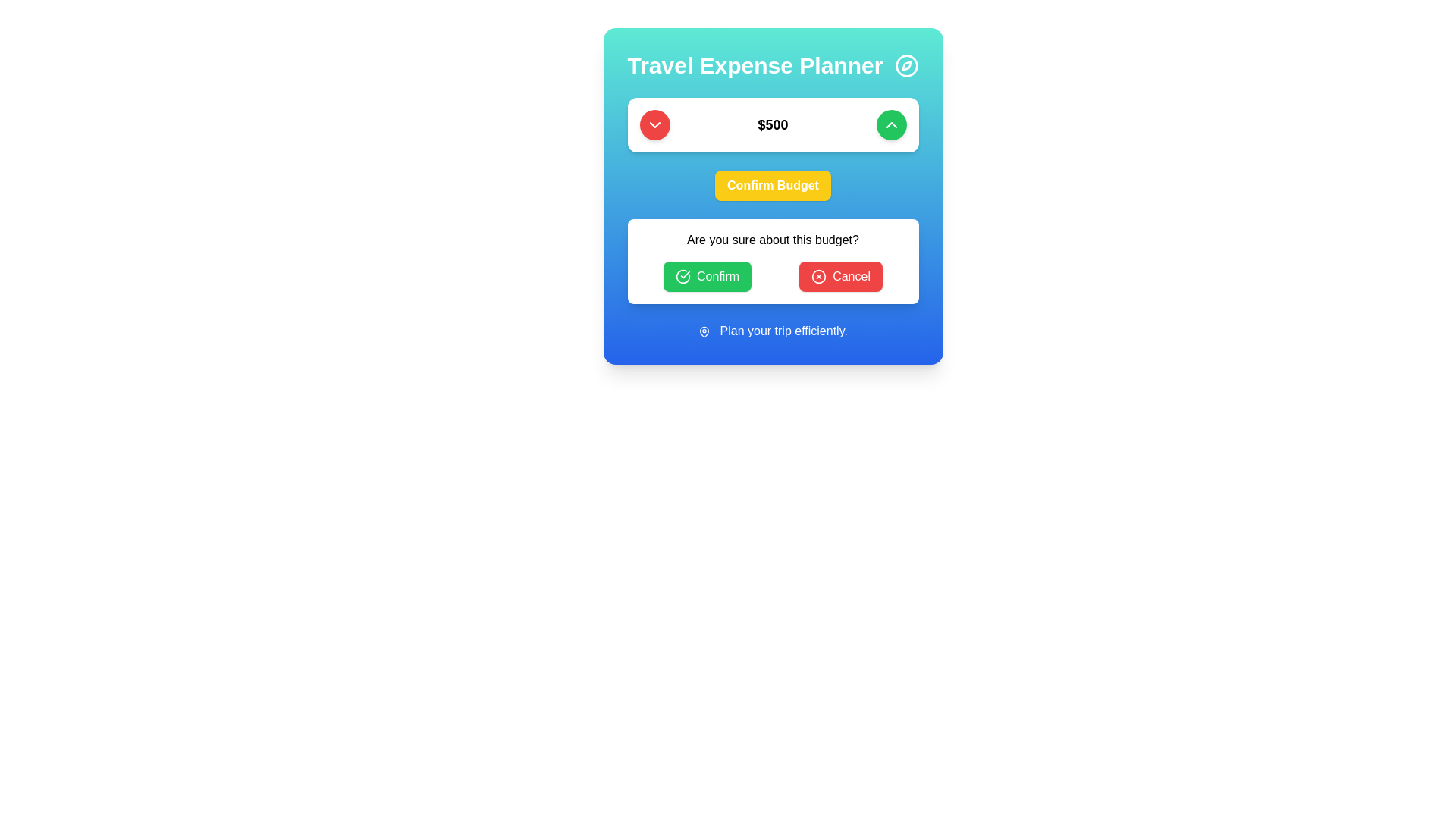 Image resolution: width=1456 pixels, height=819 pixels. I want to click on the yellow 'Confirm Budget' button with bold white text located centrally below the budget selection group to confirm the budget, so click(773, 149).